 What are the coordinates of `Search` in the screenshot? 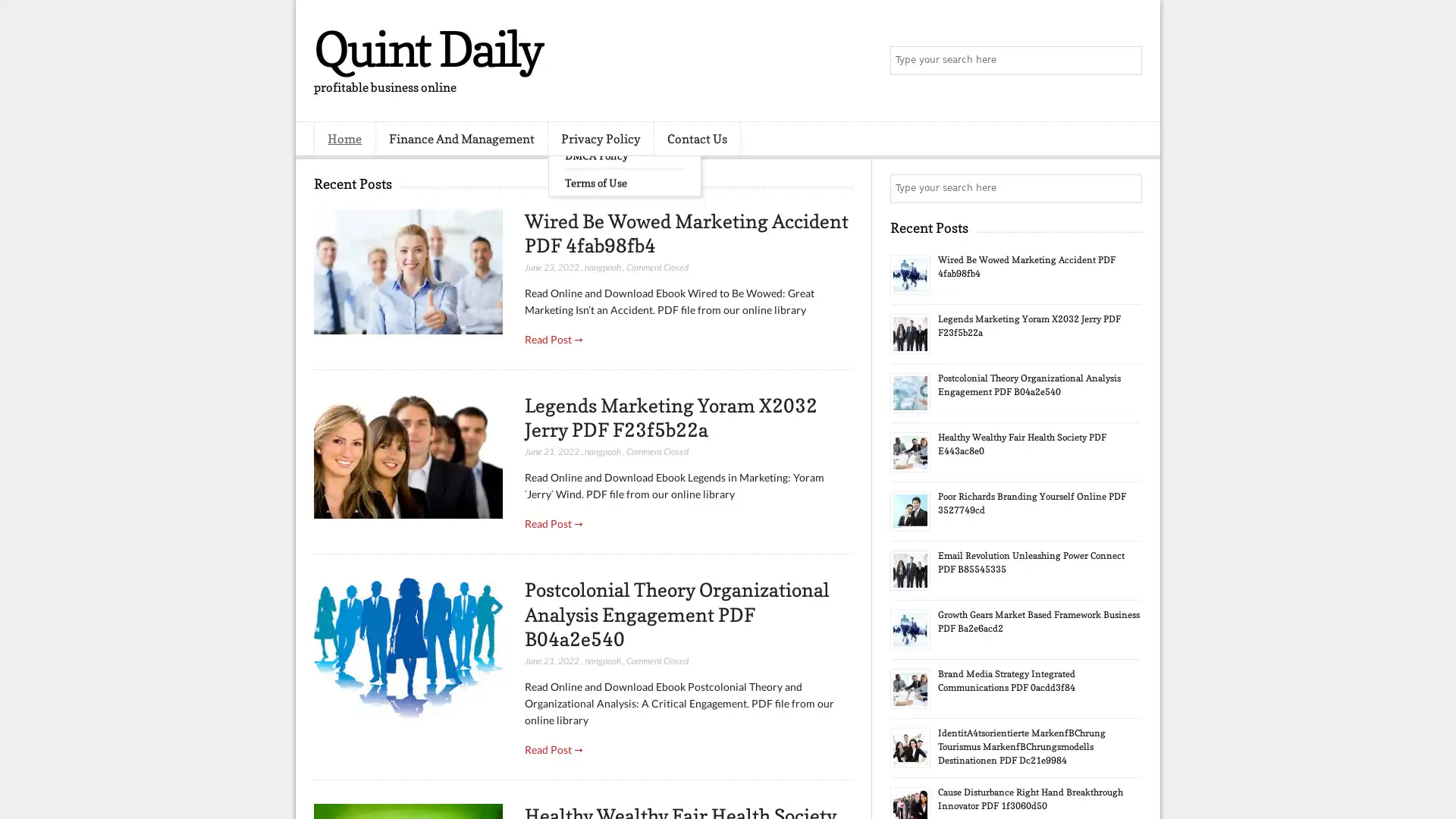 It's located at (1126, 61).